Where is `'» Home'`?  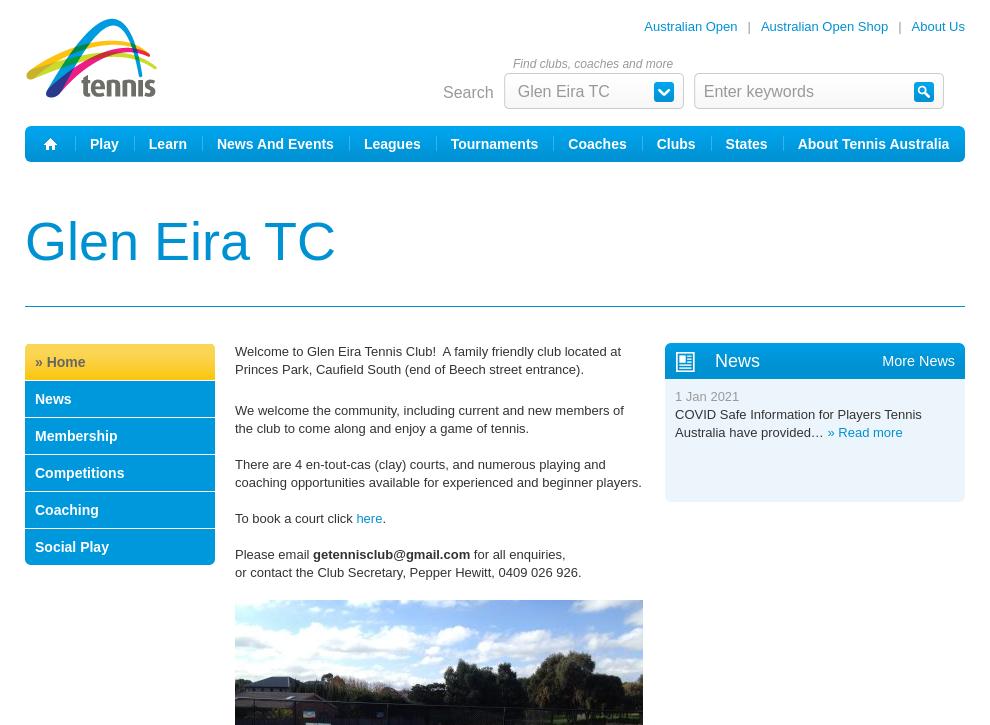
'» Home' is located at coordinates (34, 361).